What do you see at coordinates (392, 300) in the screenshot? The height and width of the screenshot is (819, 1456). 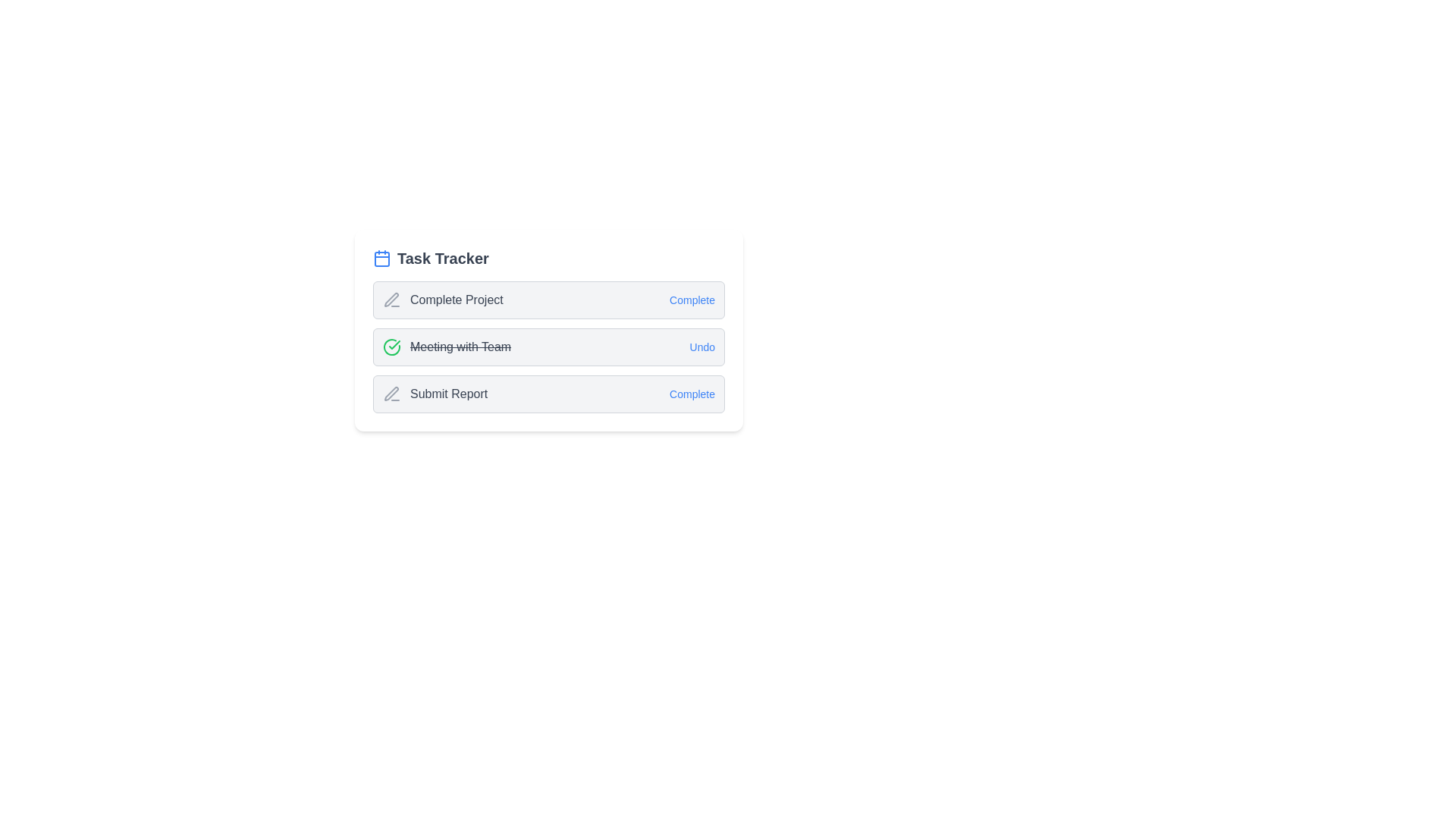 I see `the edit icon located to the left of the 'Complete Project' text under the 'Task Tracker' header` at bounding box center [392, 300].